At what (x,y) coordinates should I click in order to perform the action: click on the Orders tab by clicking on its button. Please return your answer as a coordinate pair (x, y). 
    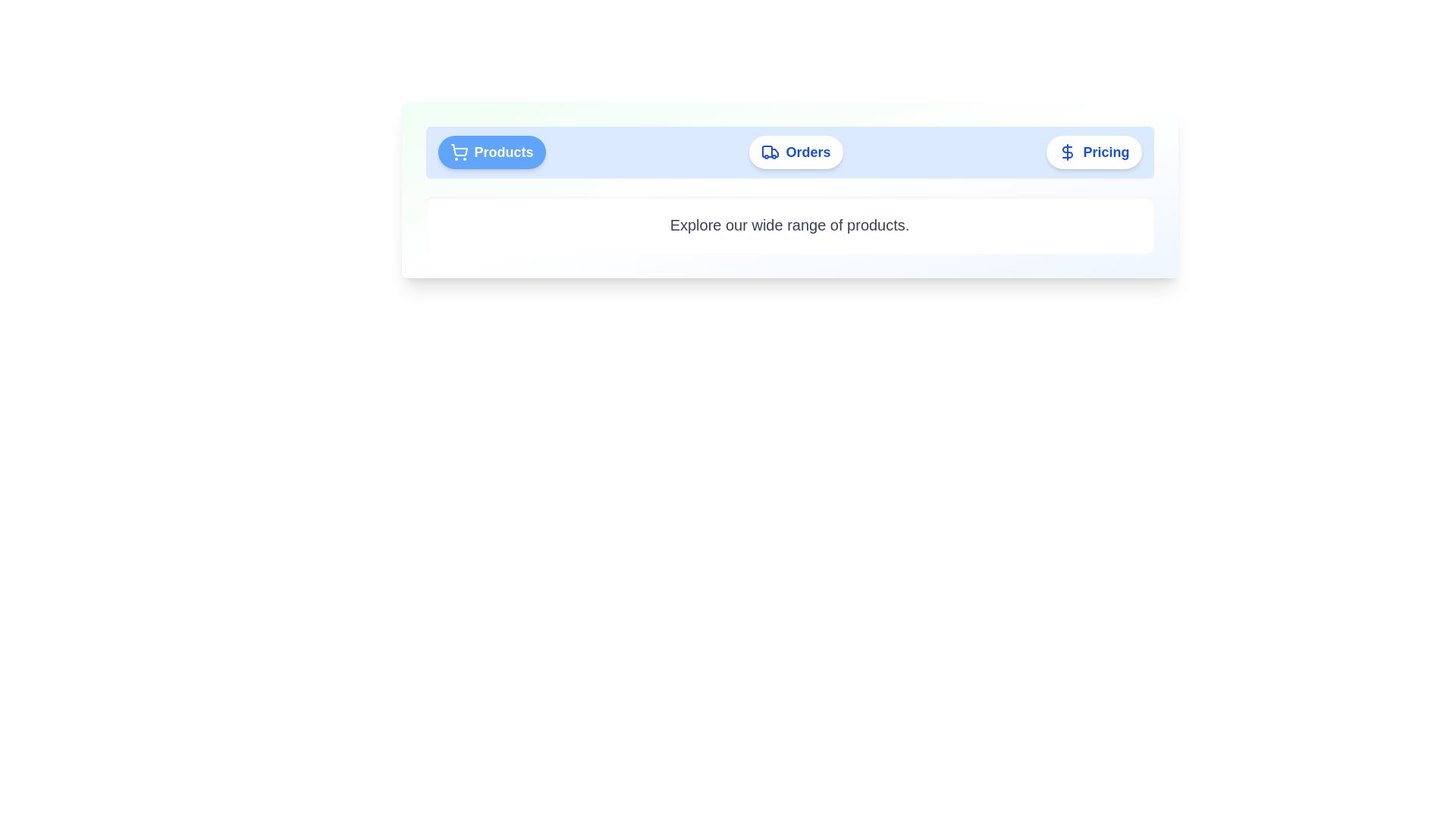
    Looking at the image, I should click on (795, 152).